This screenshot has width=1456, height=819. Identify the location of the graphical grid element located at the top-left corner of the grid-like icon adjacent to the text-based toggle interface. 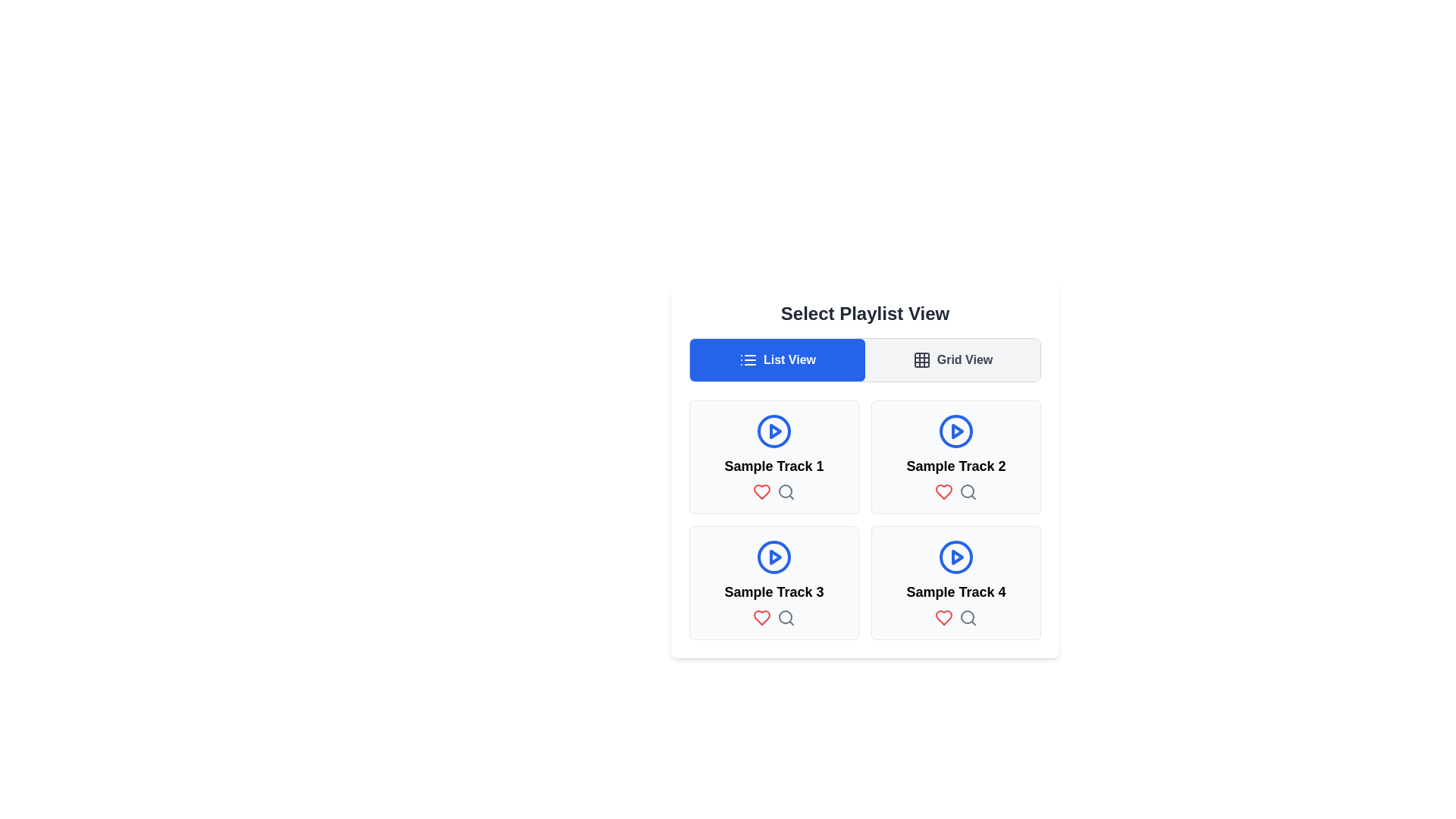
(920, 359).